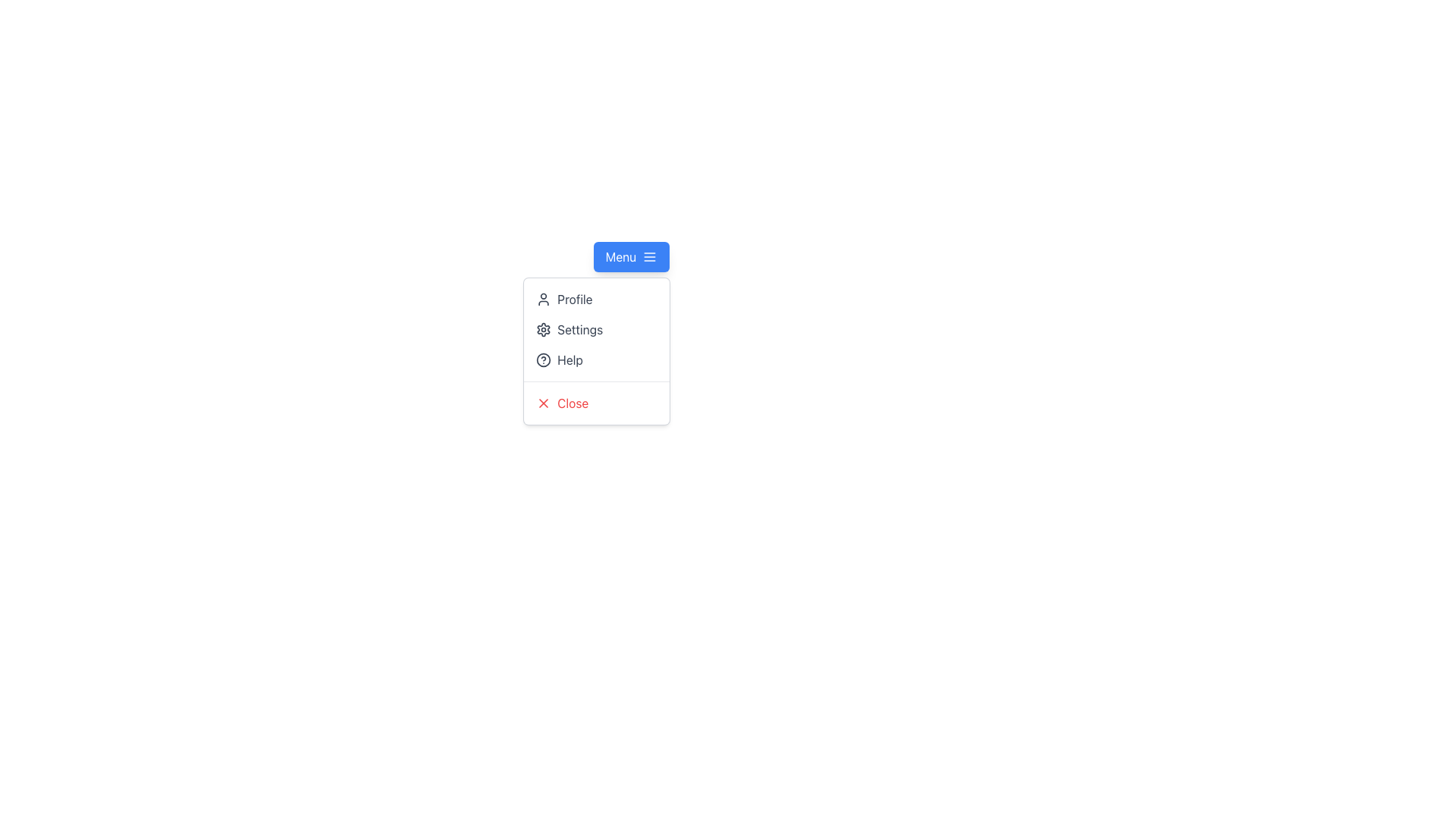 The width and height of the screenshot is (1456, 819). I want to click on the gear icon located immediately to the left of the 'Settings' text label in the dropdown menu, so click(543, 329).